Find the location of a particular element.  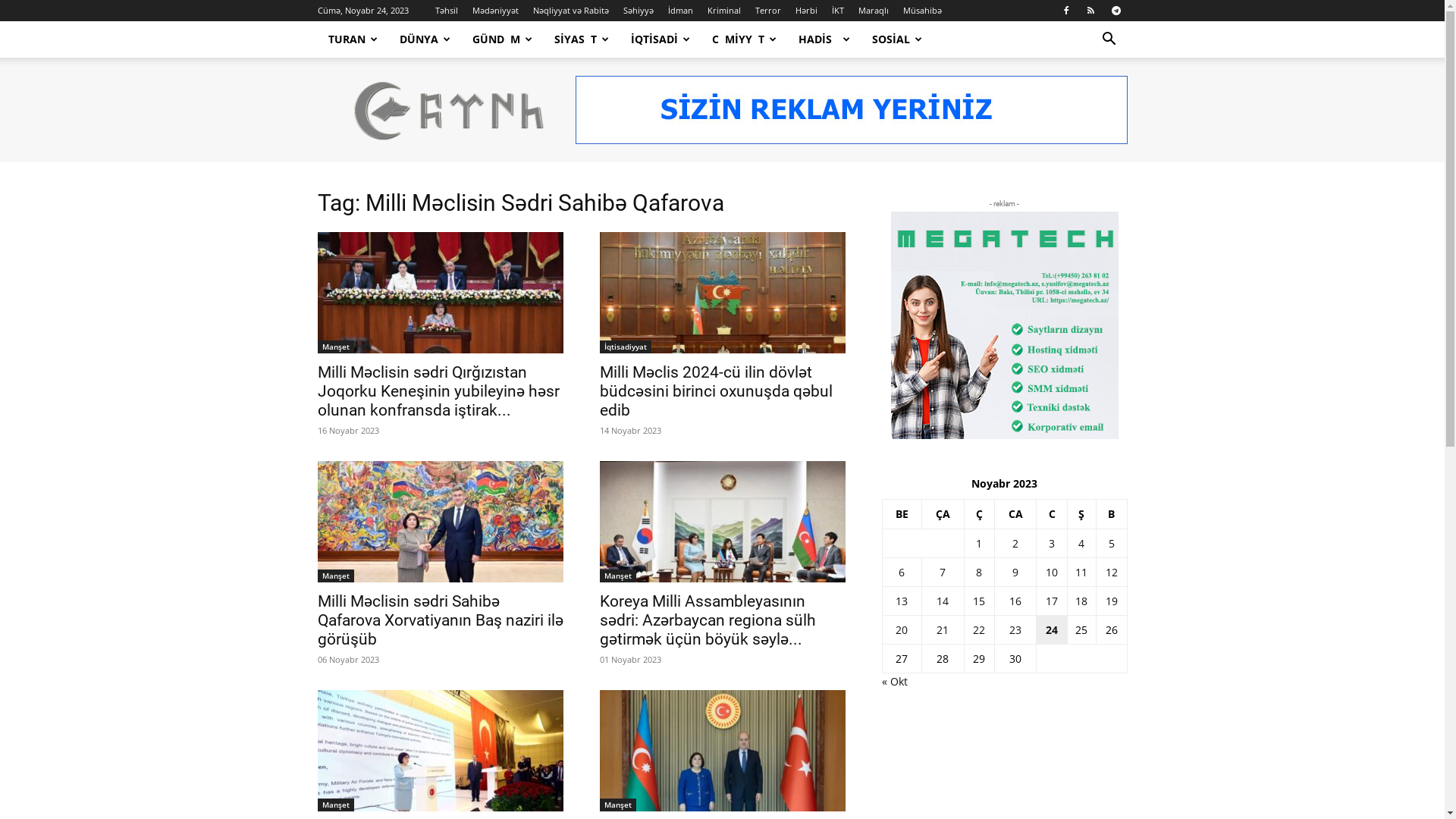

'Terror' is located at coordinates (755, 10).